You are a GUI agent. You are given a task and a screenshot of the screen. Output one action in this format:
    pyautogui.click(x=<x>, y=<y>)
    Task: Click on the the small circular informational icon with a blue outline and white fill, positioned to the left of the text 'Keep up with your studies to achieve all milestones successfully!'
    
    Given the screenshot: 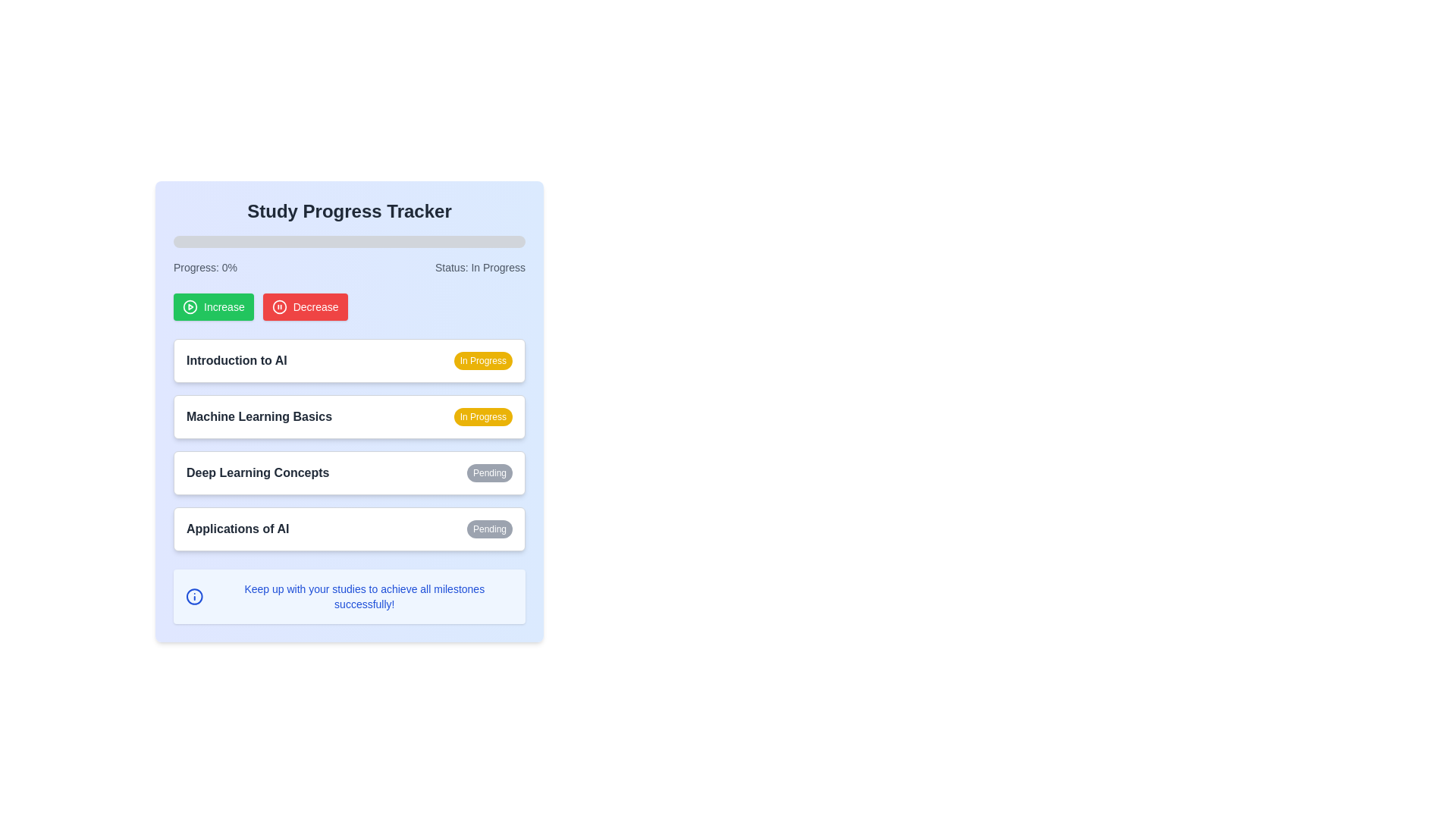 What is the action you would take?
    pyautogui.click(x=193, y=595)
    